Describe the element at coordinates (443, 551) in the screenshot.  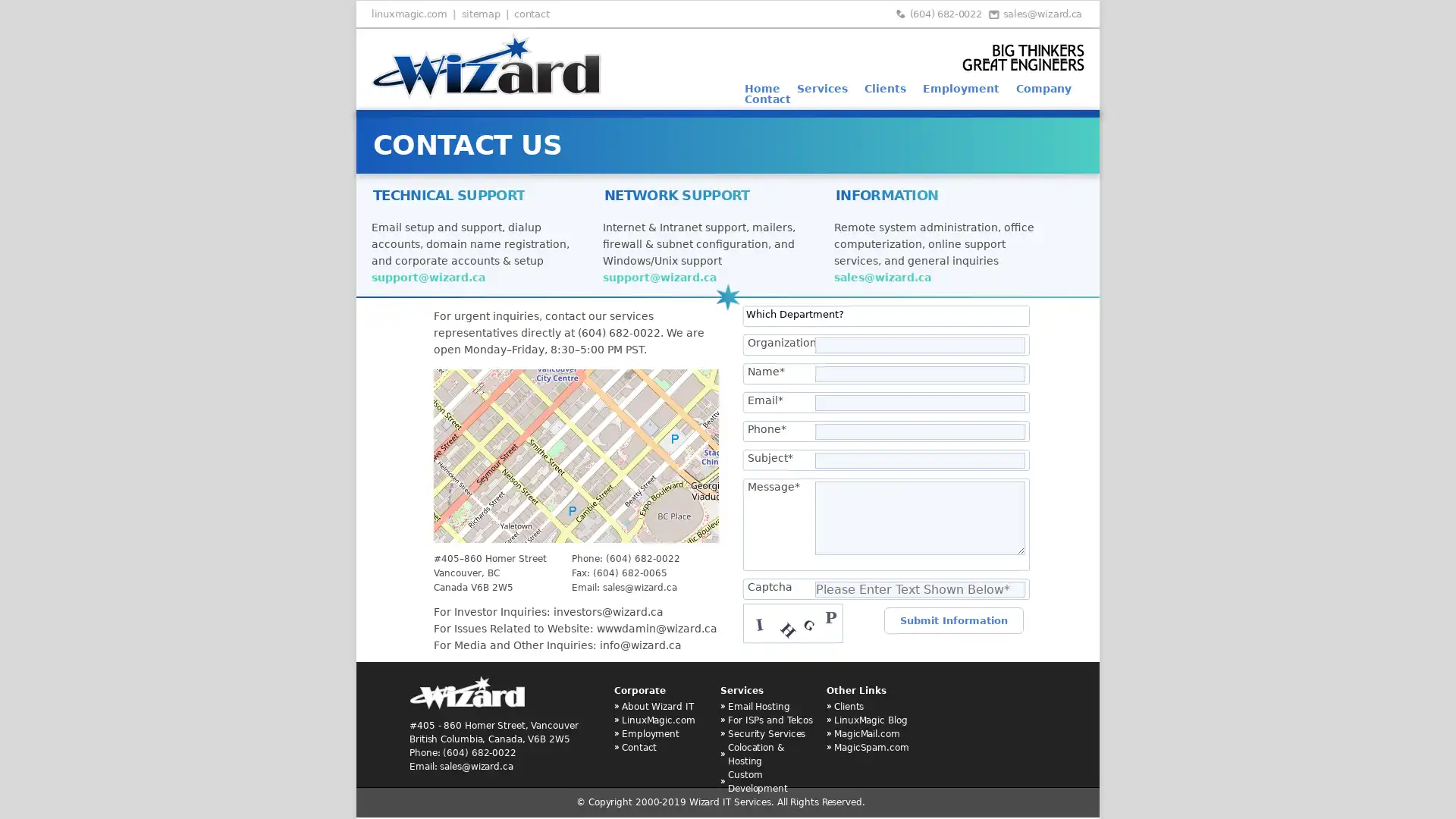
I see `+` at that location.